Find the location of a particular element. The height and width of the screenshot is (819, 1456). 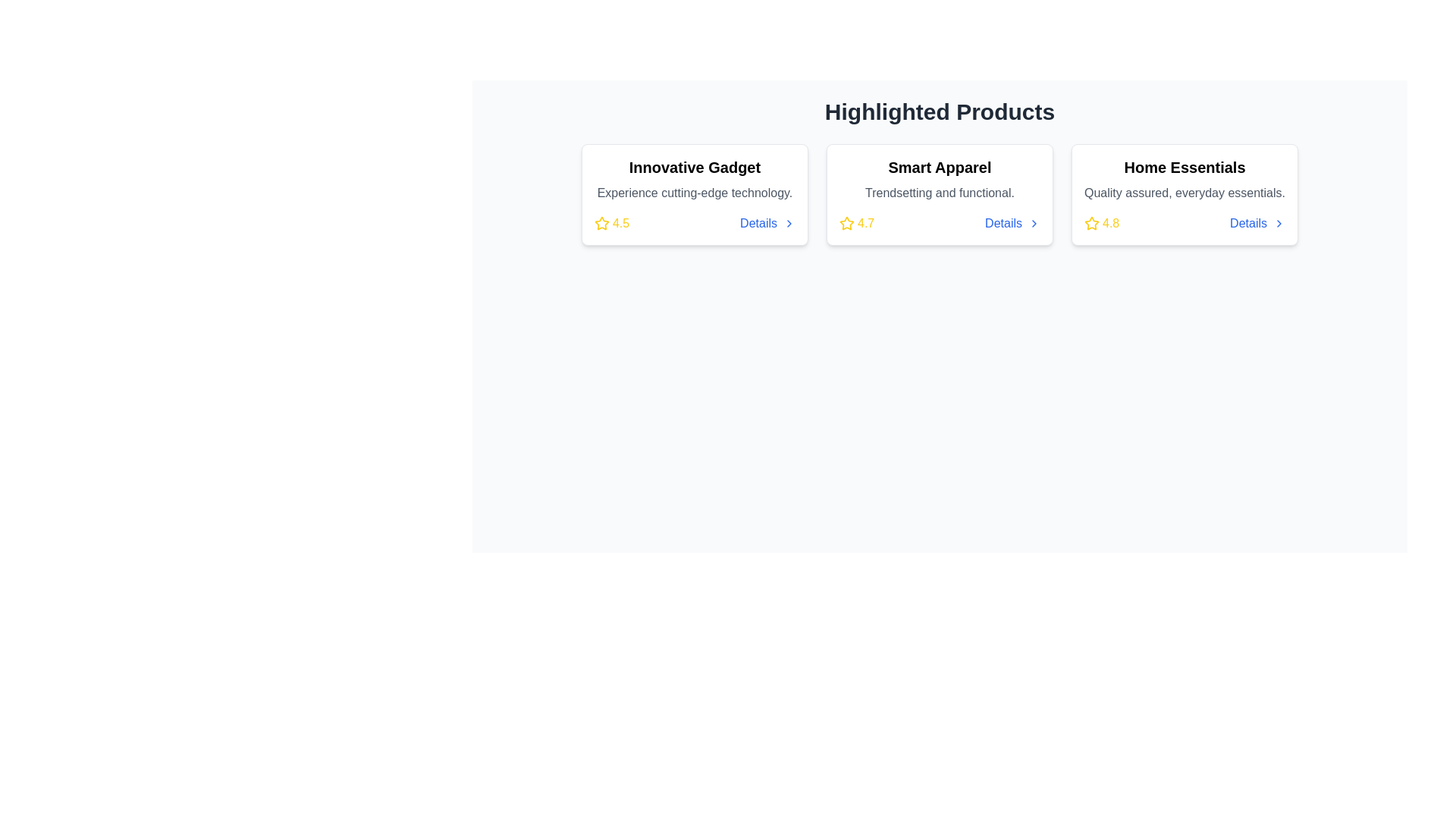

the hyperlink that navigates to further details about the 'Home Essentials' item, located at the bottom right area of the card, to observe the style change is located at coordinates (1248, 223).